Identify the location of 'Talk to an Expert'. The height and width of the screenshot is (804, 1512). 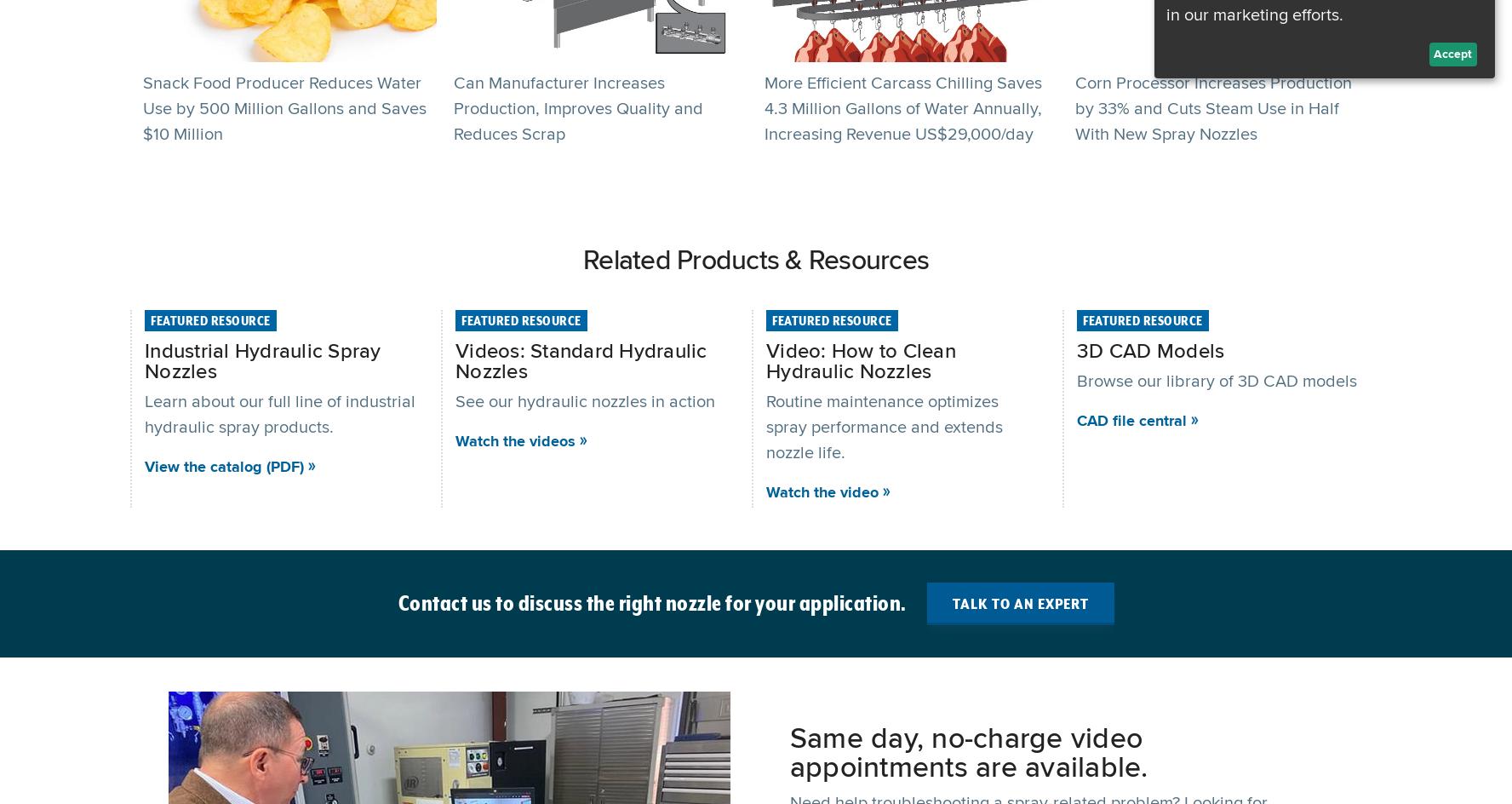
(1018, 603).